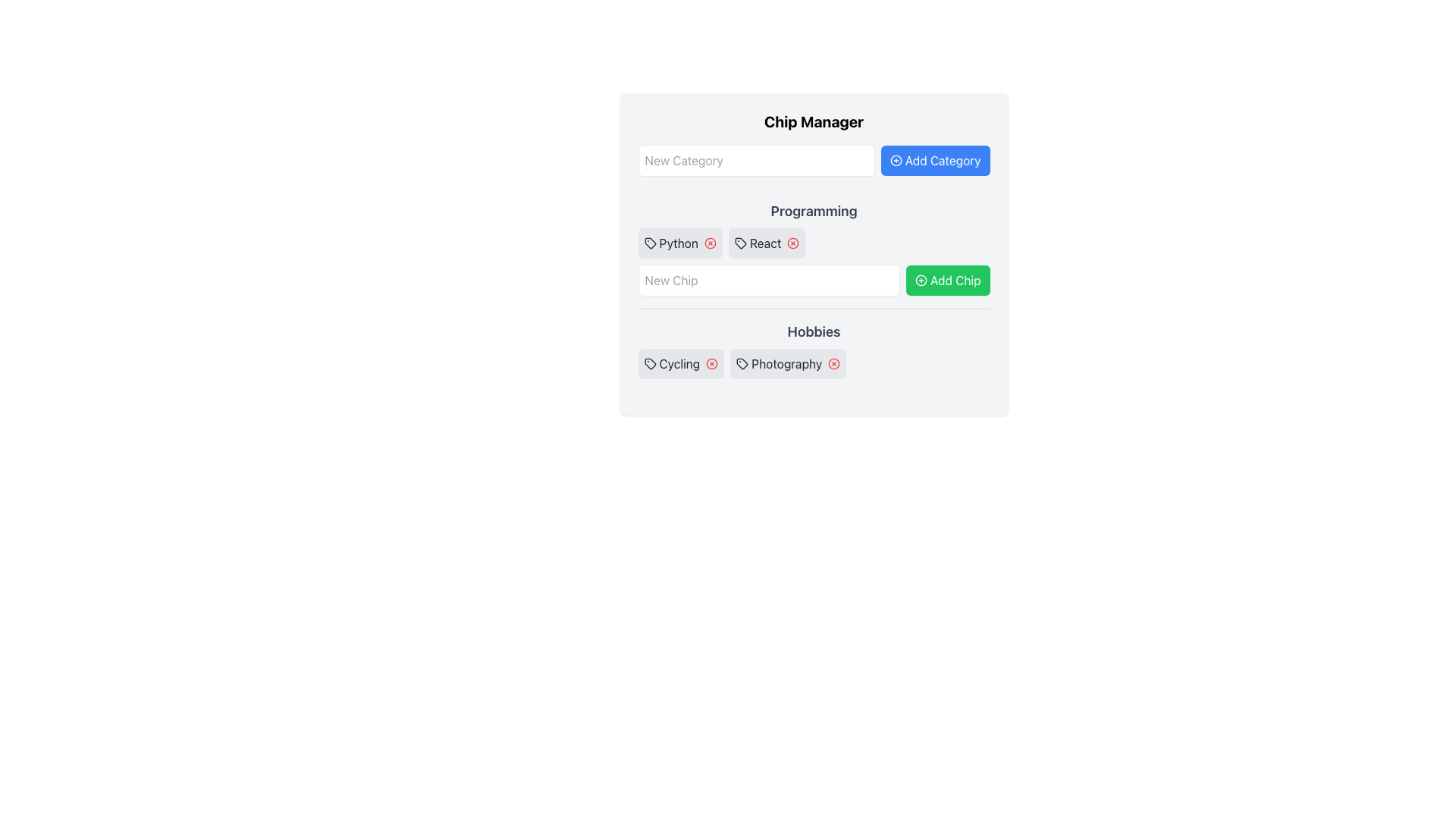 This screenshot has width=1456, height=819. I want to click on the tag icon element located at the left end of the 'Cycling' group in the 'Hobbies' section, which is a small vector graphic resembling a tag, positioned before the red delete icon, so click(650, 363).